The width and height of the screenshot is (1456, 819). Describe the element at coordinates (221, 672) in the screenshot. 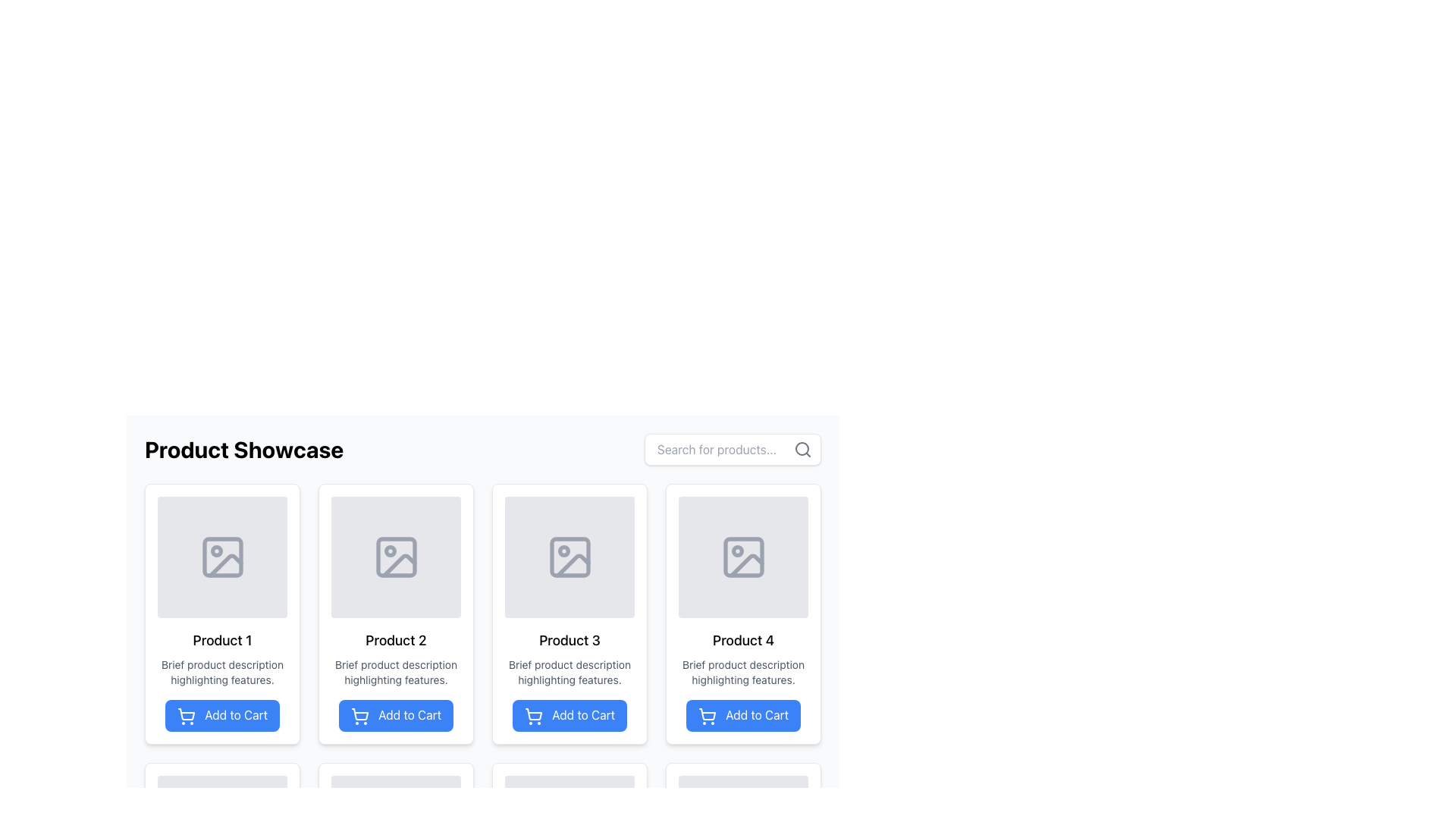

I see `the second textual block displaying the product description for 'Product 1'` at that location.